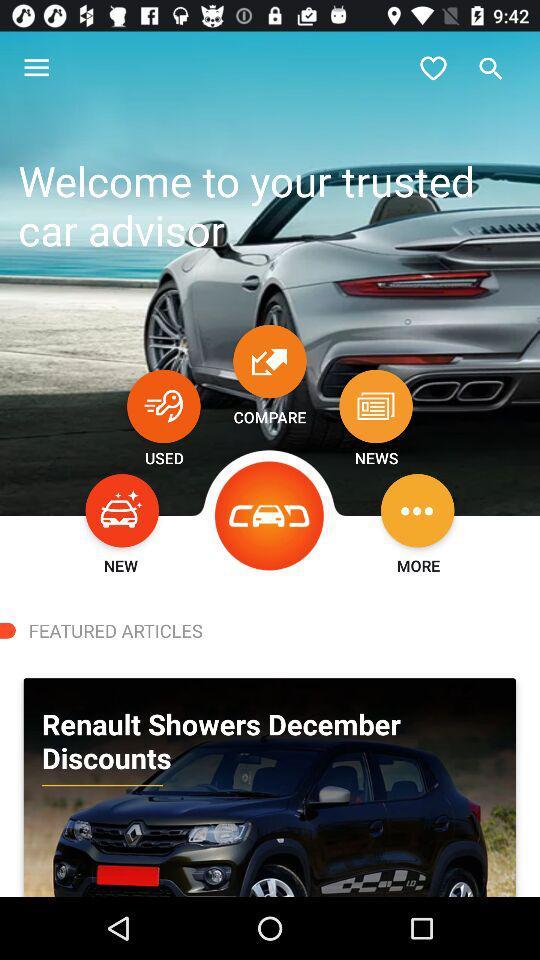 This screenshot has height=960, width=540. I want to click on the icon above the more, so click(416, 509).